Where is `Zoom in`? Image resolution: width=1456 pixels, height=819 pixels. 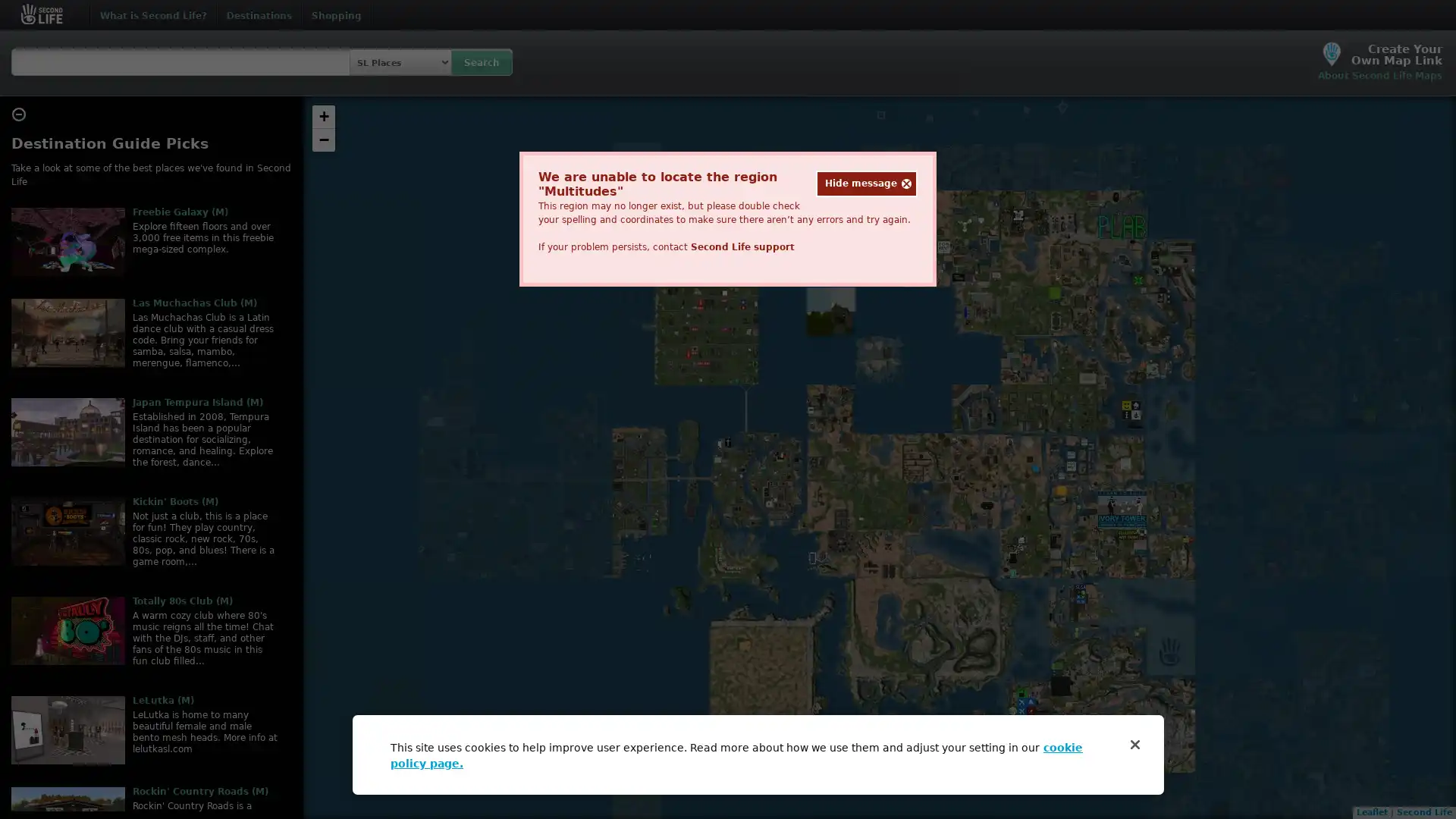
Zoom in is located at coordinates (323, 116).